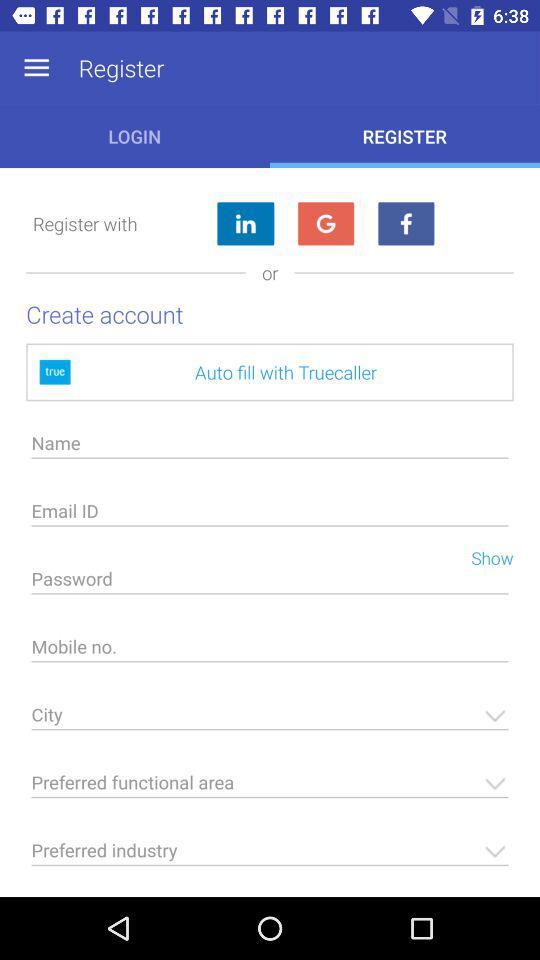 This screenshot has height=960, width=540. What do you see at coordinates (270, 720) in the screenshot?
I see `city` at bounding box center [270, 720].